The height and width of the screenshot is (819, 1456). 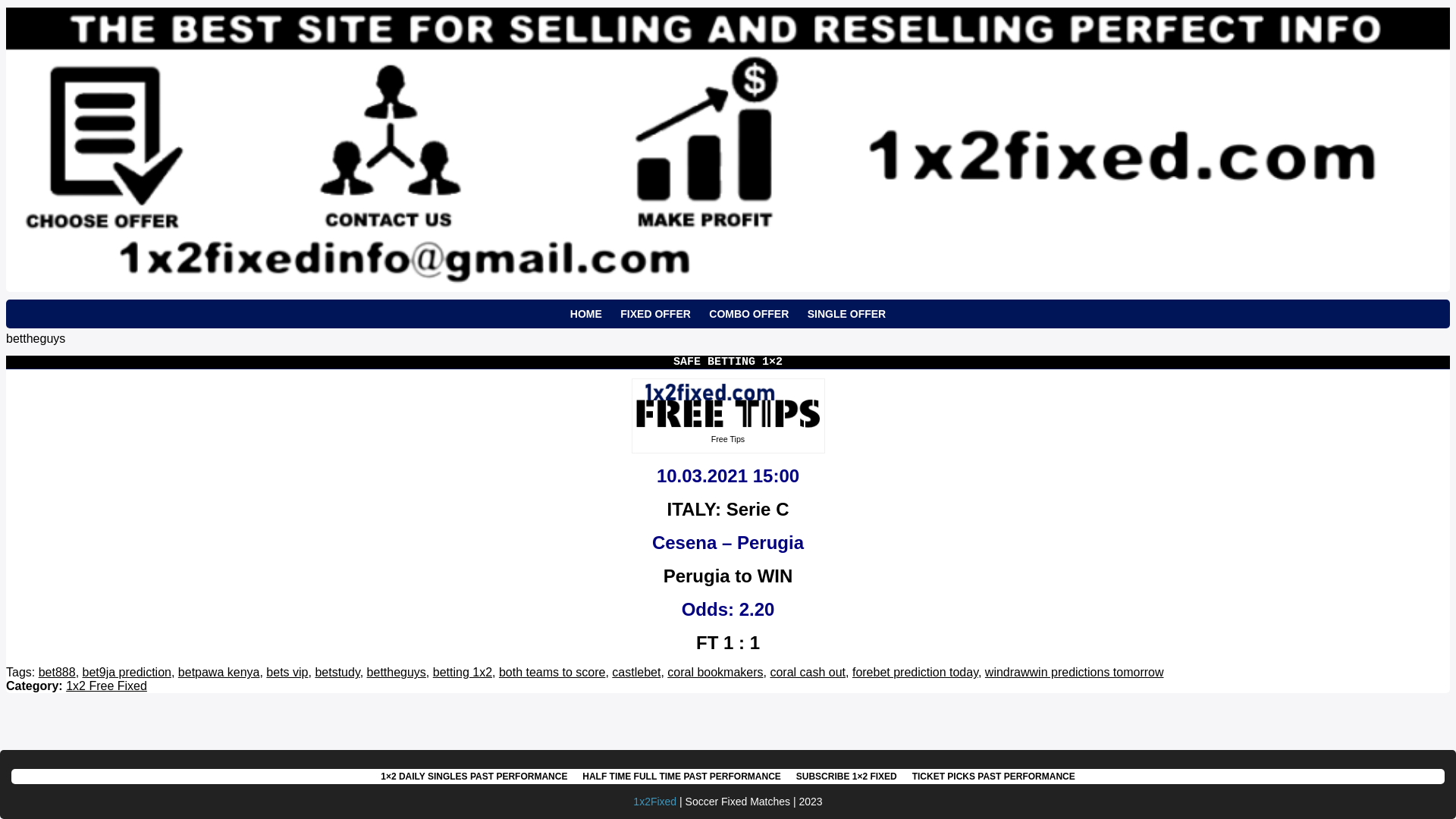 What do you see at coordinates (714, 671) in the screenshot?
I see `'coral bookmakers'` at bounding box center [714, 671].